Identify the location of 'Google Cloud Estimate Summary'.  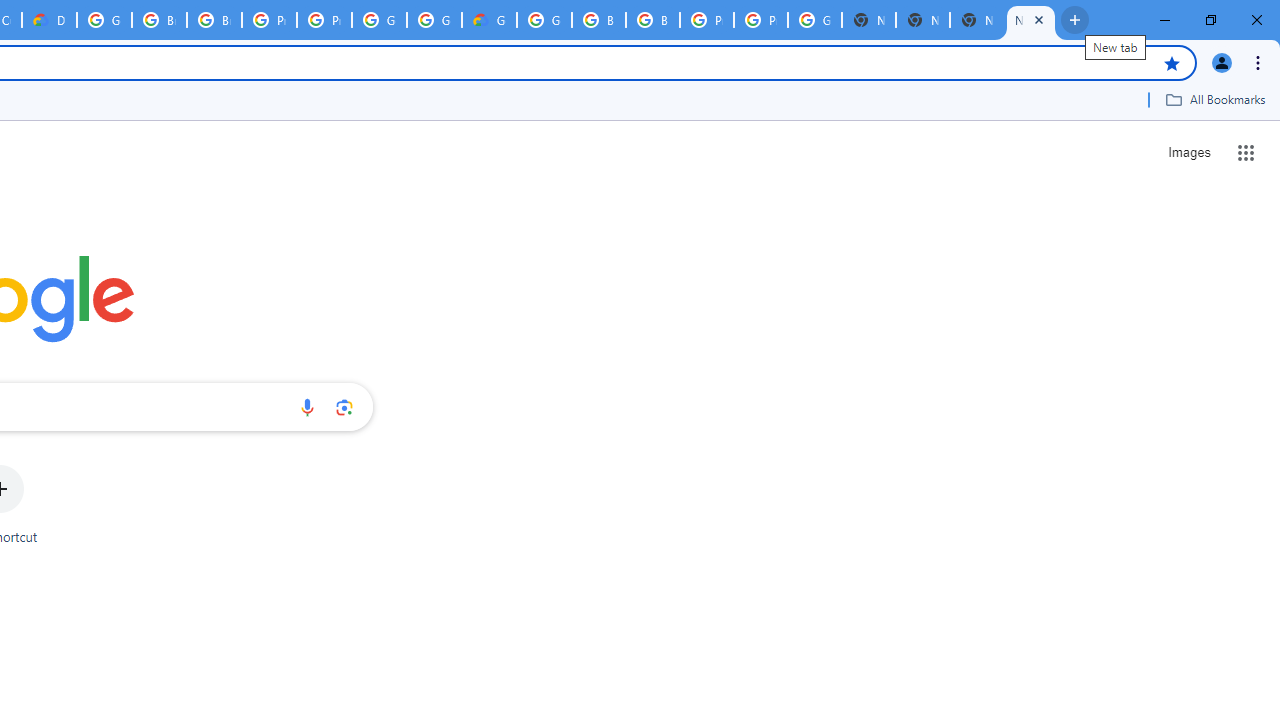
(489, 20).